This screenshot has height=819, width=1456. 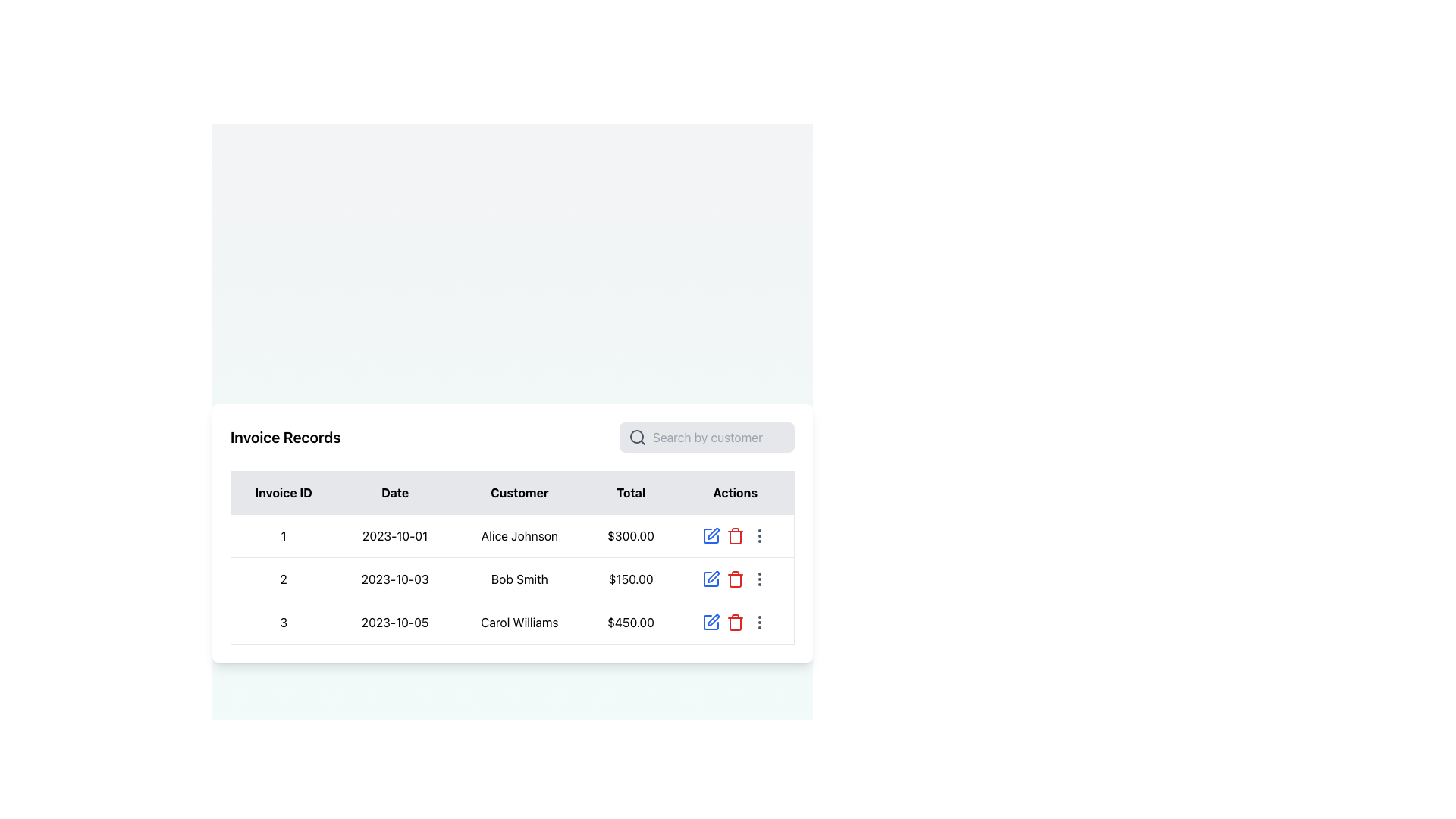 What do you see at coordinates (284, 622) in the screenshot?
I see `the numeral '3' text label representing the Invoice ID for the third item in the 'Invoice Records' table` at bounding box center [284, 622].